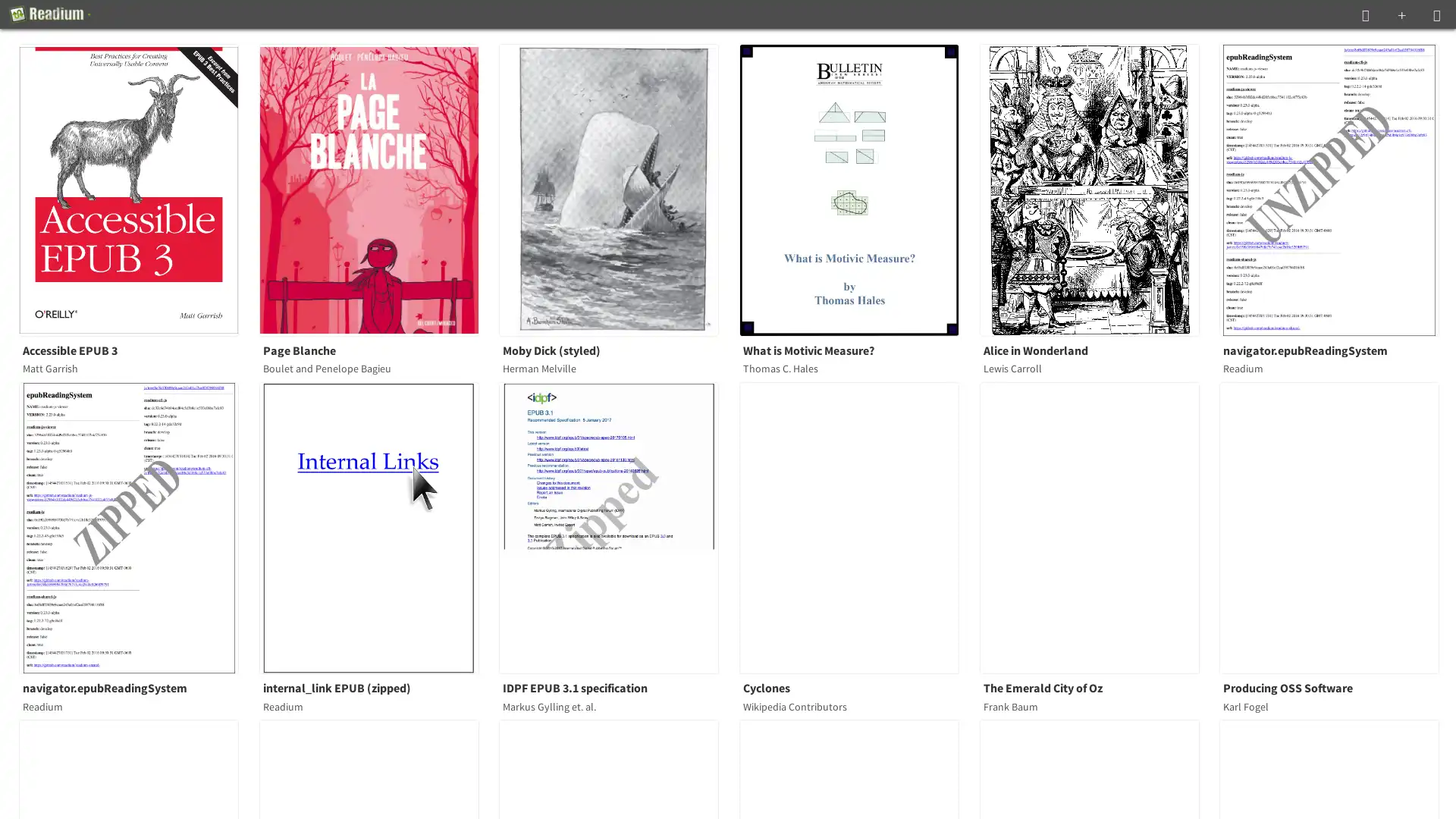 This screenshot has width=1456, height=819. I want to click on Settings [o], so click(1436, 14).